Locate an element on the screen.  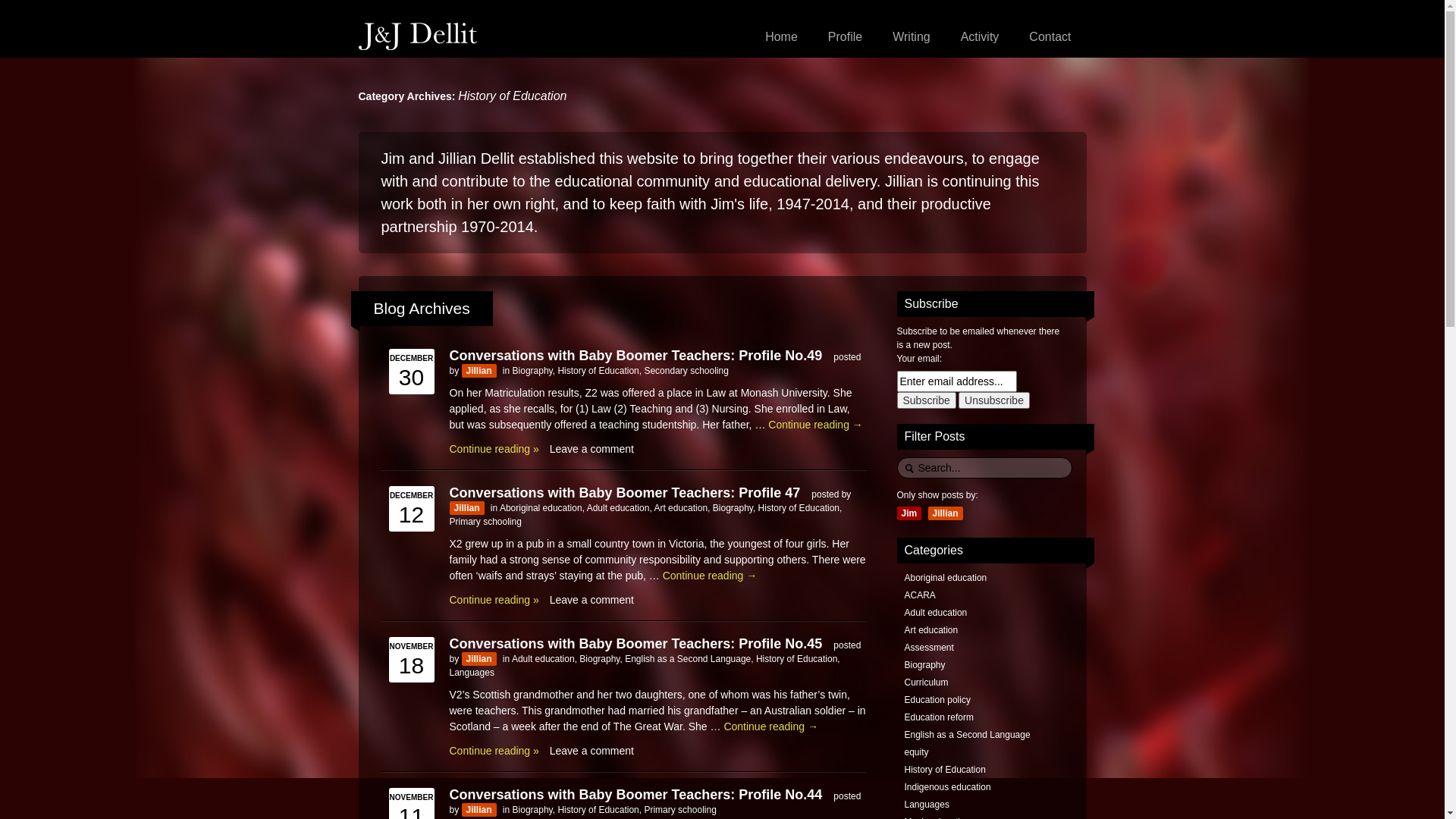
'Indigenous education' is located at coordinates (946, 786).